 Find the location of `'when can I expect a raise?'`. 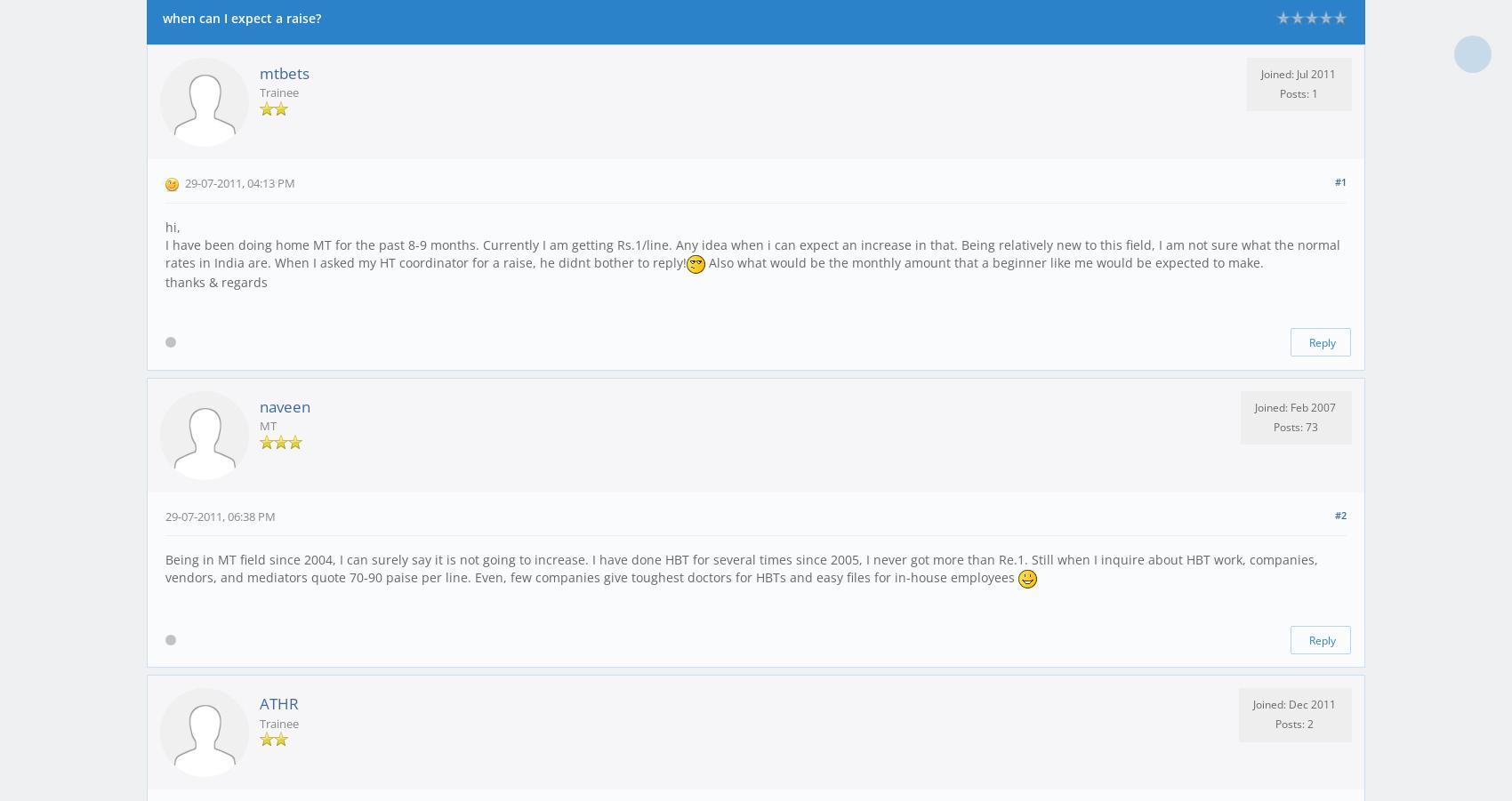

'when can I expect a raise?' is located at coordinates (240, 17).